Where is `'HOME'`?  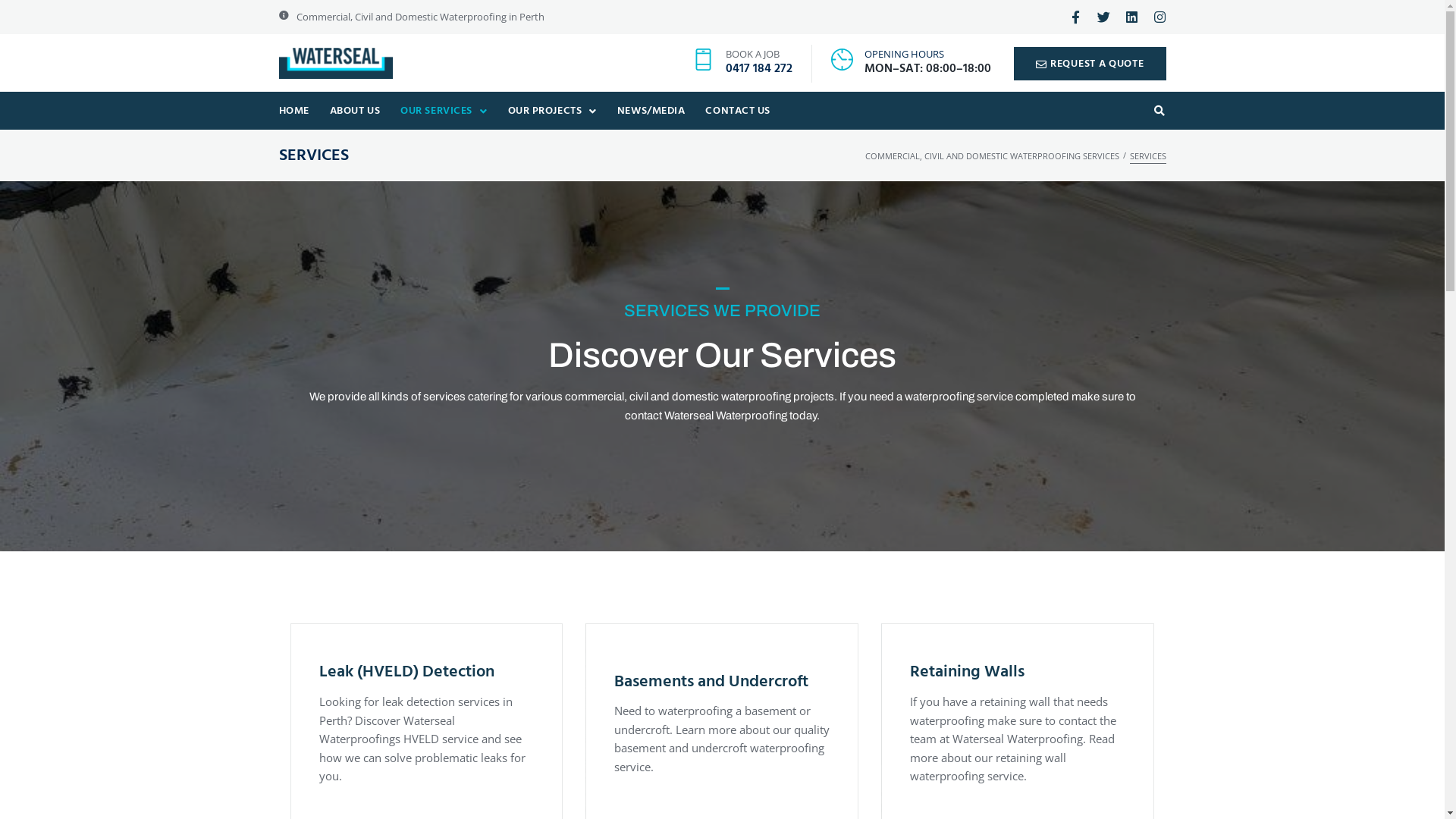 'HOME' is located at coordinates (293, 110).